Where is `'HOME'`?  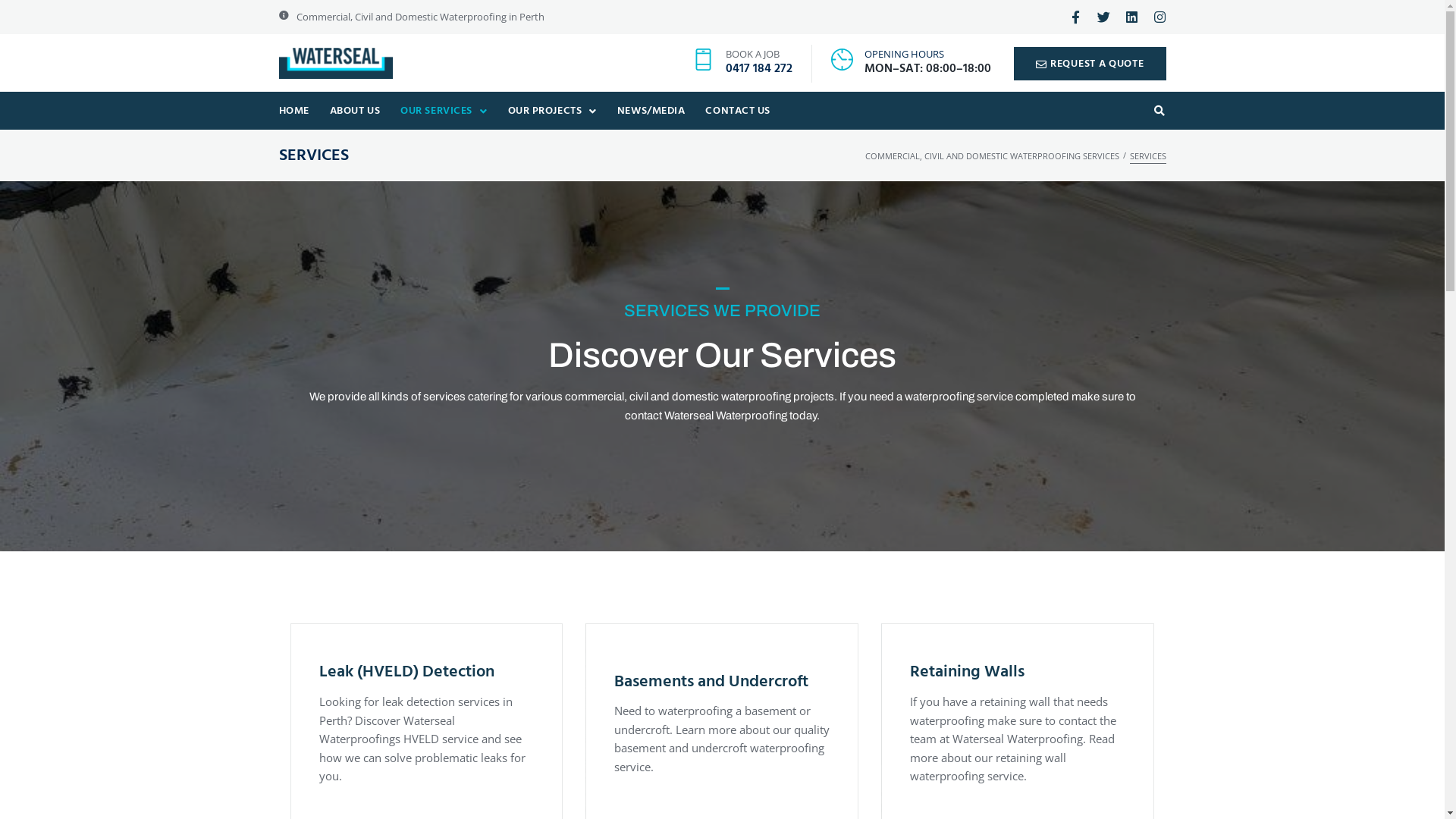 'HOME' is located at coordinates (293, 110).